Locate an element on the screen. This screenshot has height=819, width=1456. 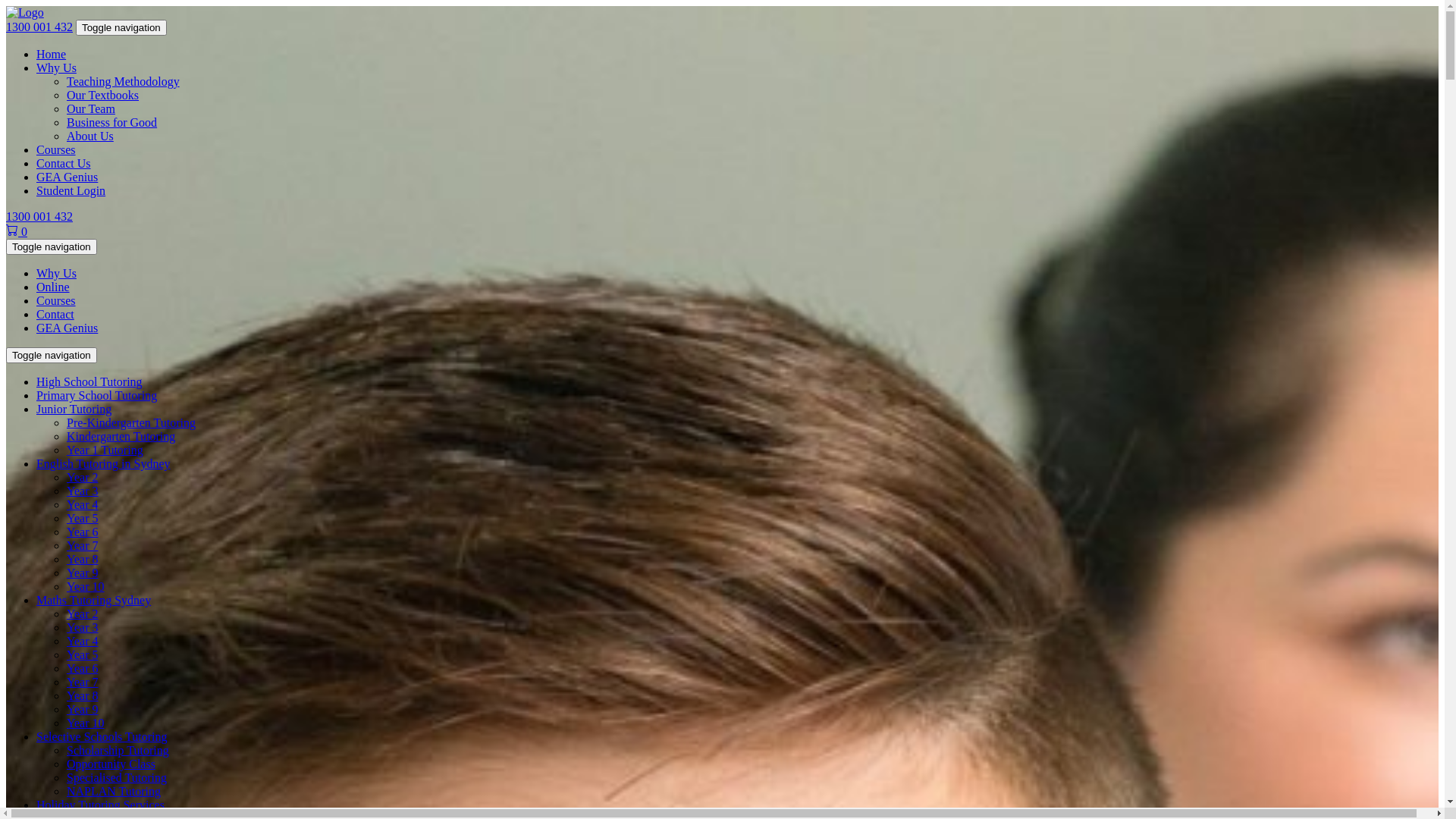
'Business for Good' is located at coordinates (111, 121).